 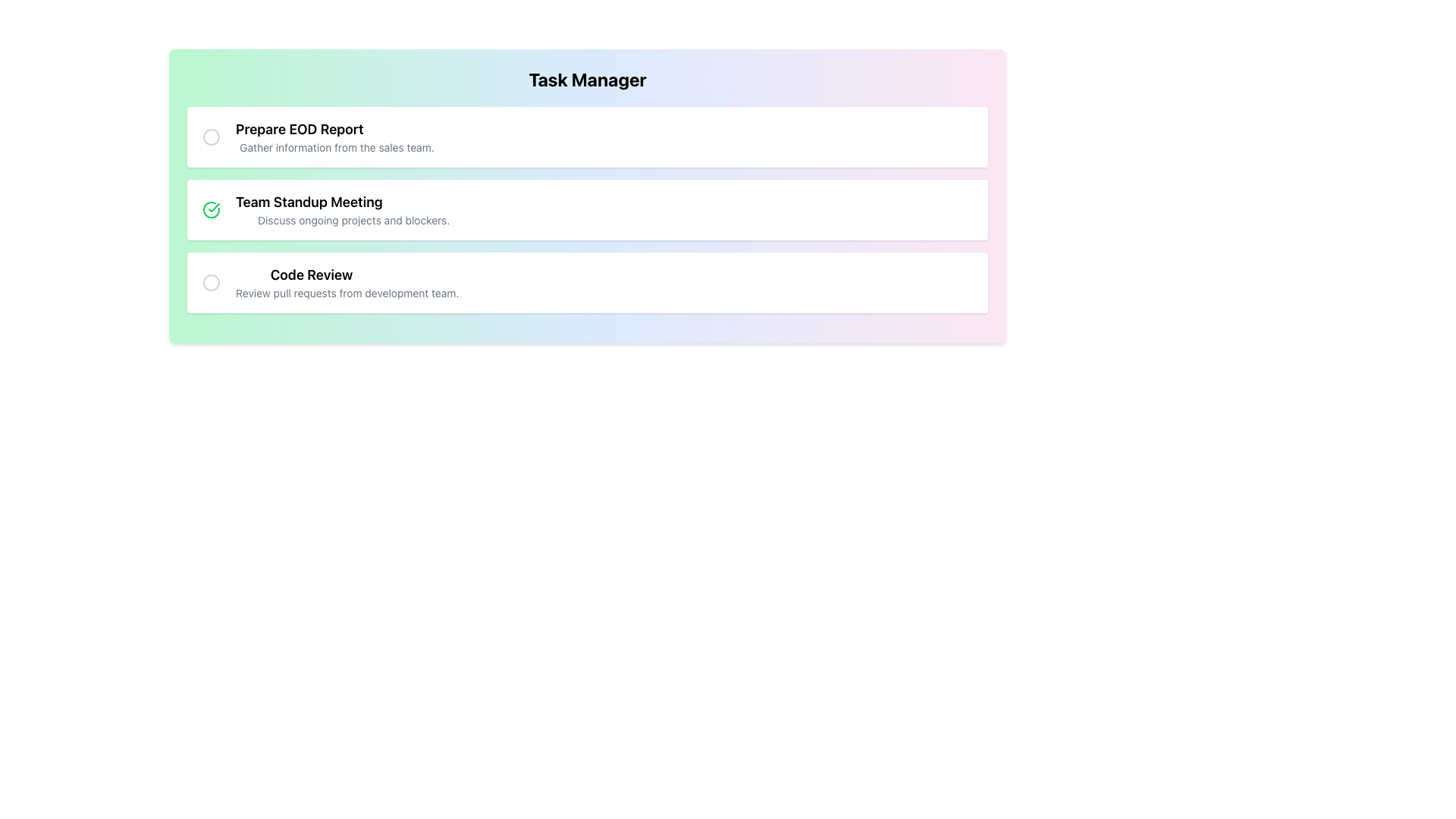 I want to click on the 'Code Review' task box, so click(x=586, y=283).